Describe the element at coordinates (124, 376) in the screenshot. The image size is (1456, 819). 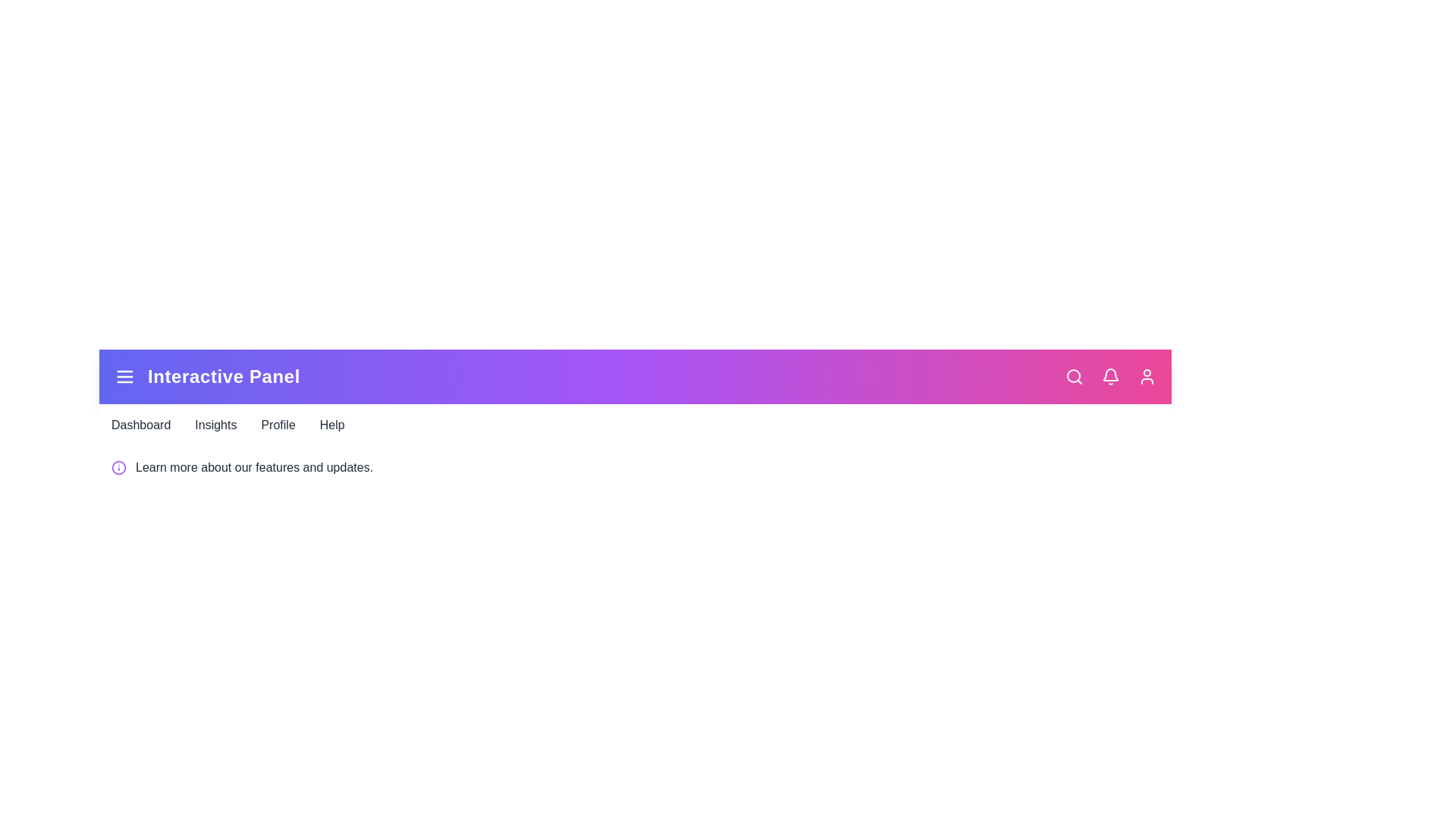
I see `the menu icon to toggle the menu visibility` at that location.